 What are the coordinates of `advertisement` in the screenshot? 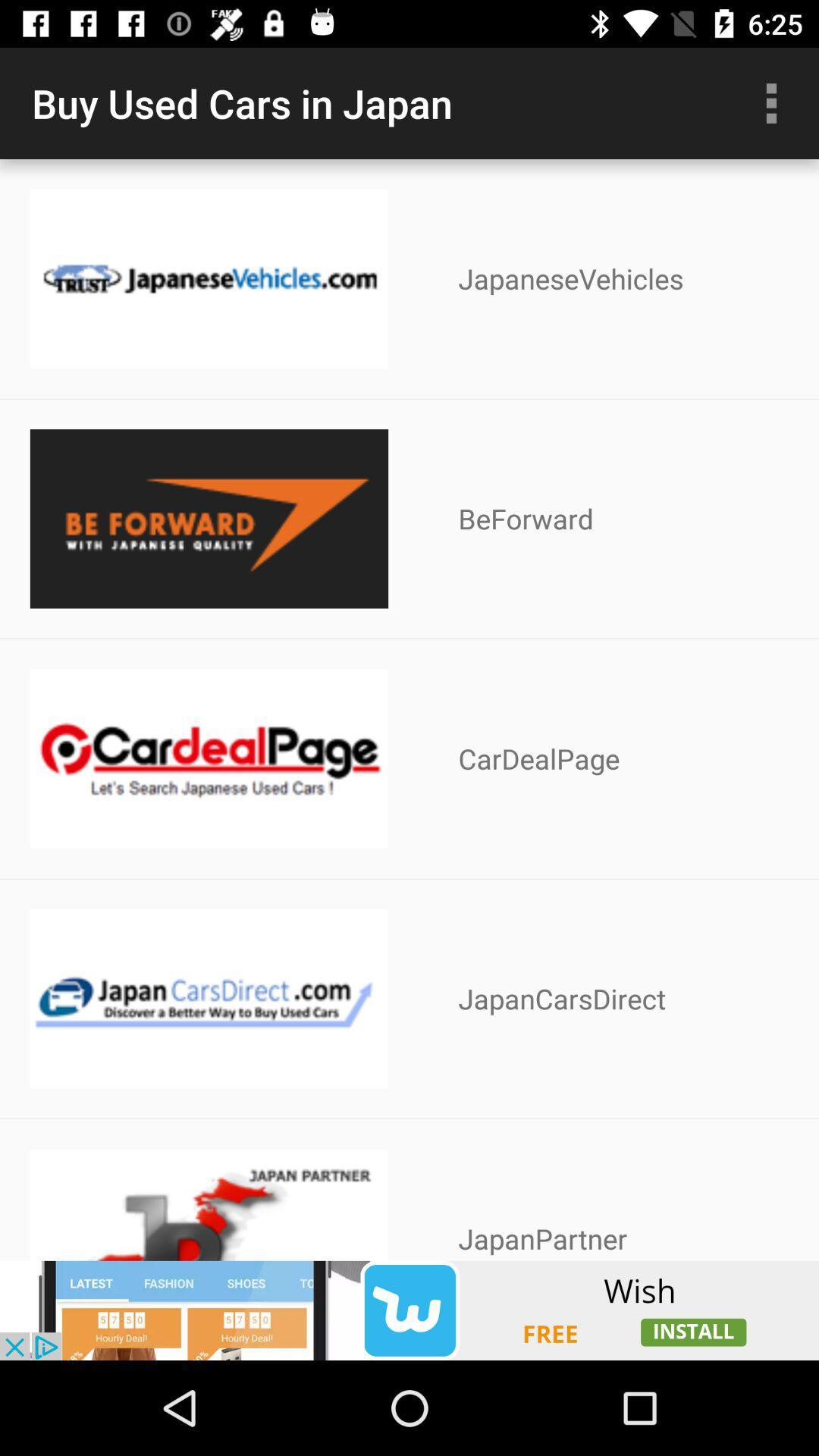 It's located at (409, 1310).